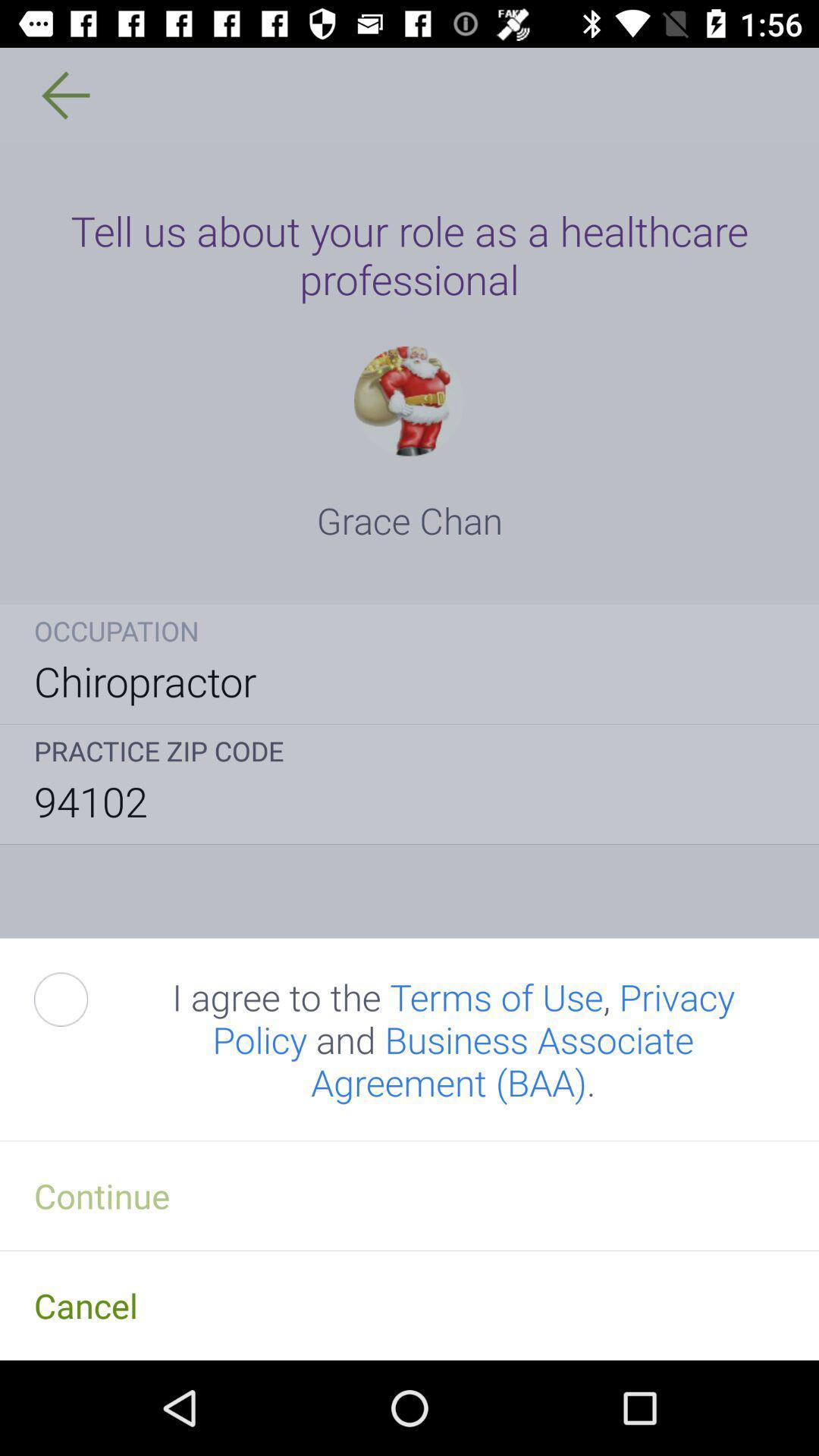 This screenshot has height=1456, width=819. I want to click on i agree to icon, so click(453, 1039).